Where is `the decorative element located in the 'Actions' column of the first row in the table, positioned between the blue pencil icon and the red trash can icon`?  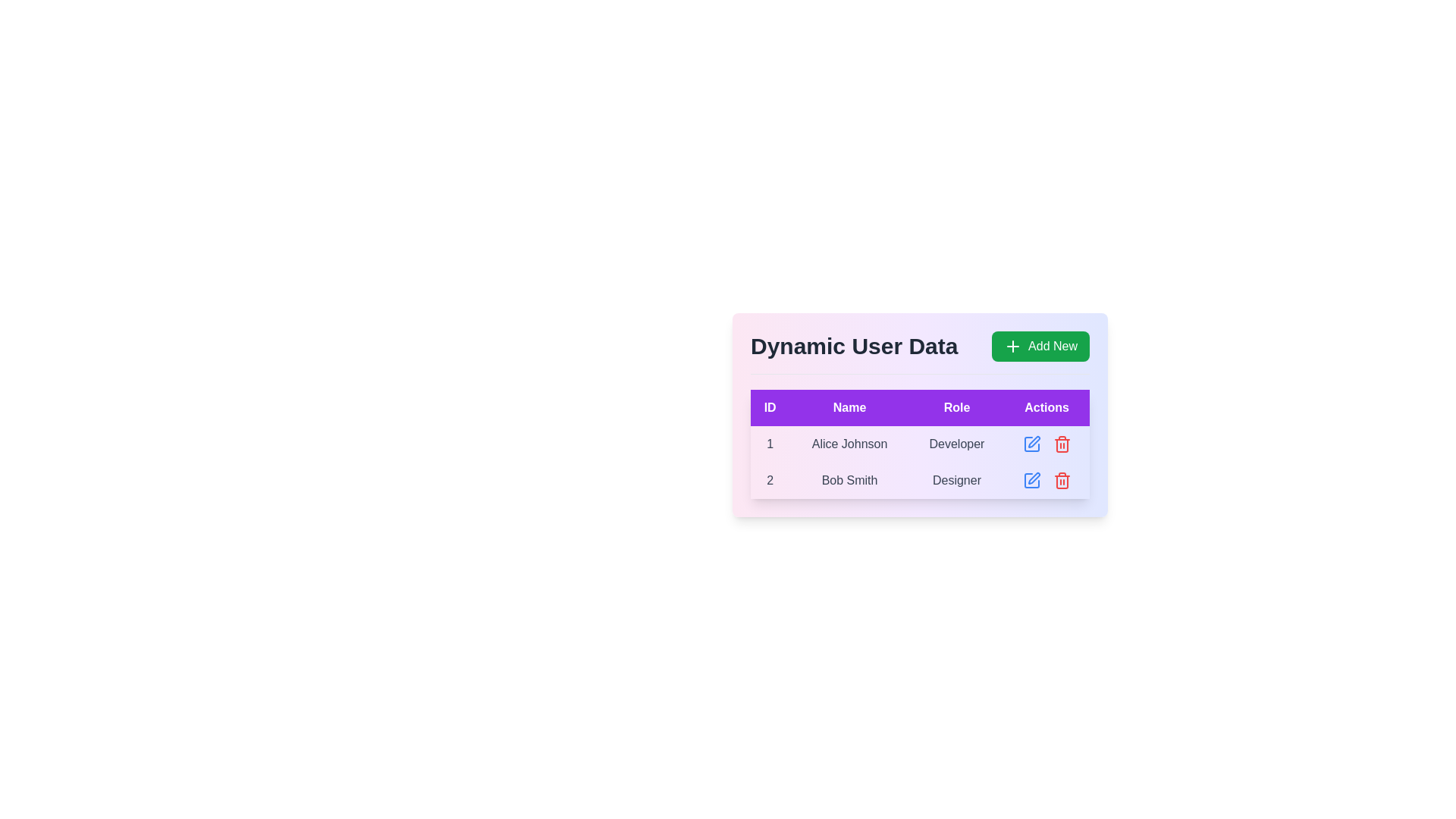
the decorative element located in the 'Actions' column of the first row in the table, positioned between the blue pencil icon and the red trash can icon is located at coordinates (1046, 444).